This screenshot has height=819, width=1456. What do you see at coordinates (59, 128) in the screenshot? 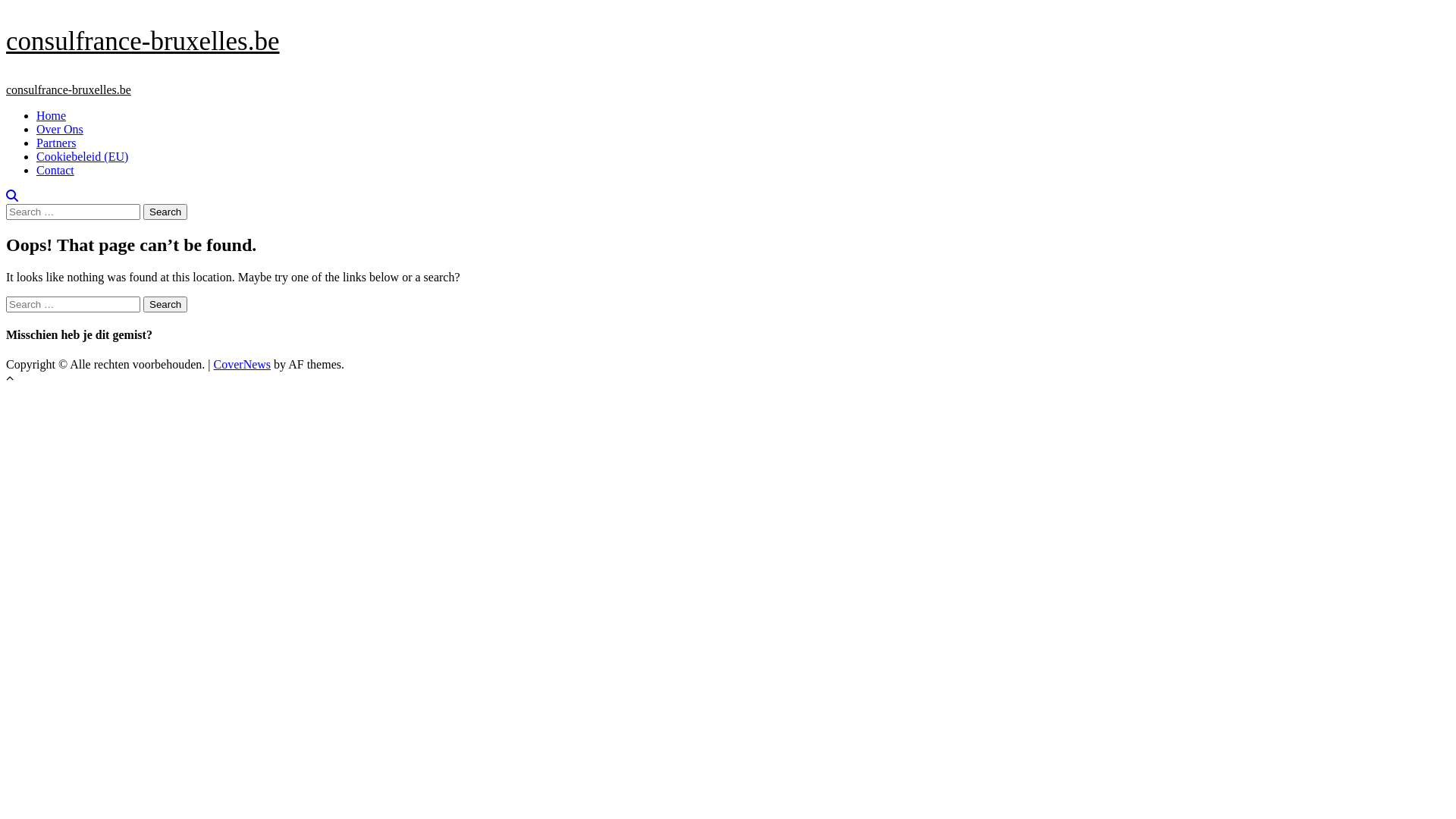
I see `'Over Ons'` at bounding box center [59, 128].